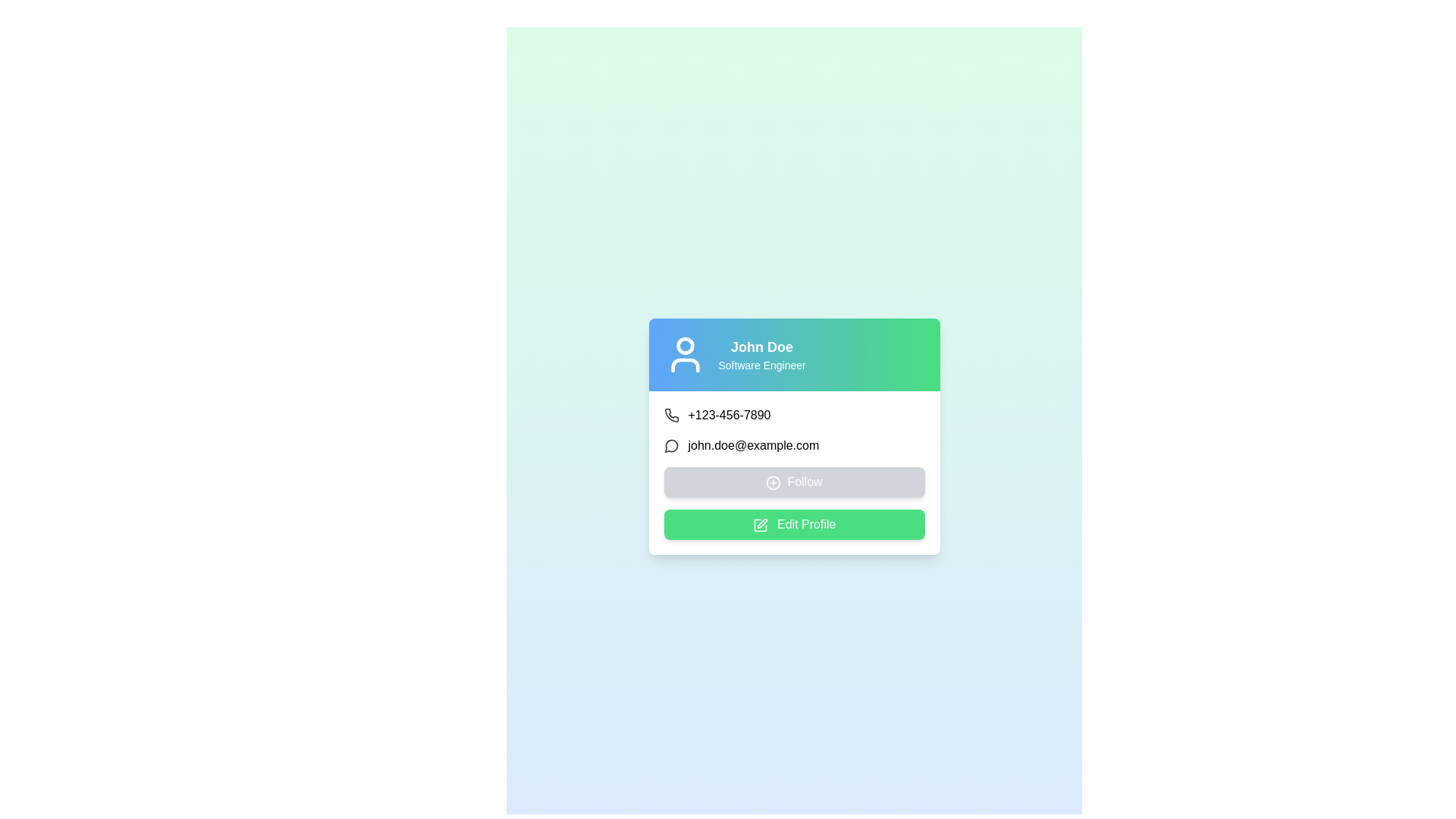 This screenshot has width=1456, height=819. Describe the element at coordinates (760, 524) in the screenshot. I see `the pen icon within the green 'Edit Profile' button, which is positioned near the center bottom of the visible card interface` at that location.